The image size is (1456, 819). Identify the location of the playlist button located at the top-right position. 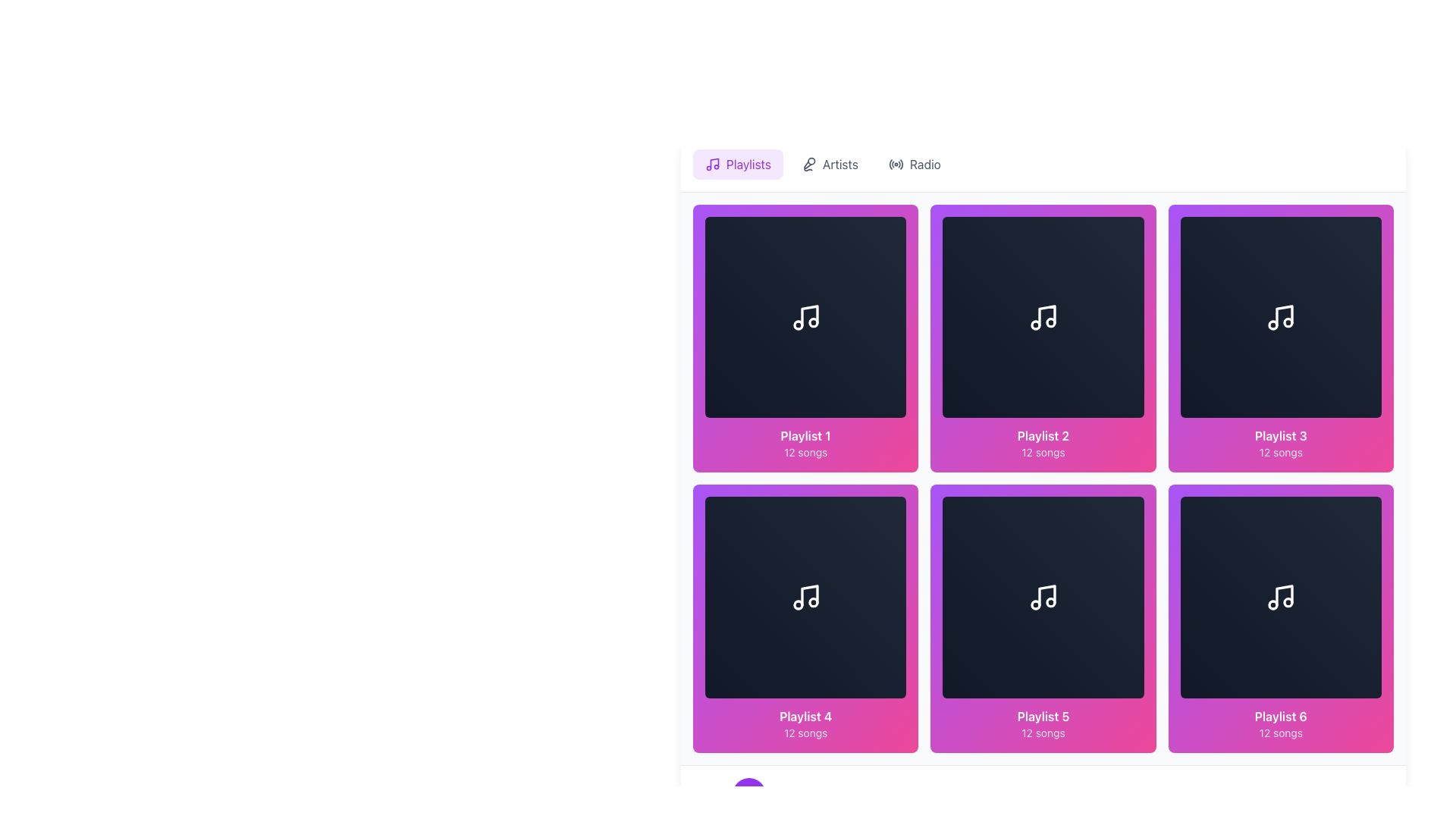
(1280, 337).